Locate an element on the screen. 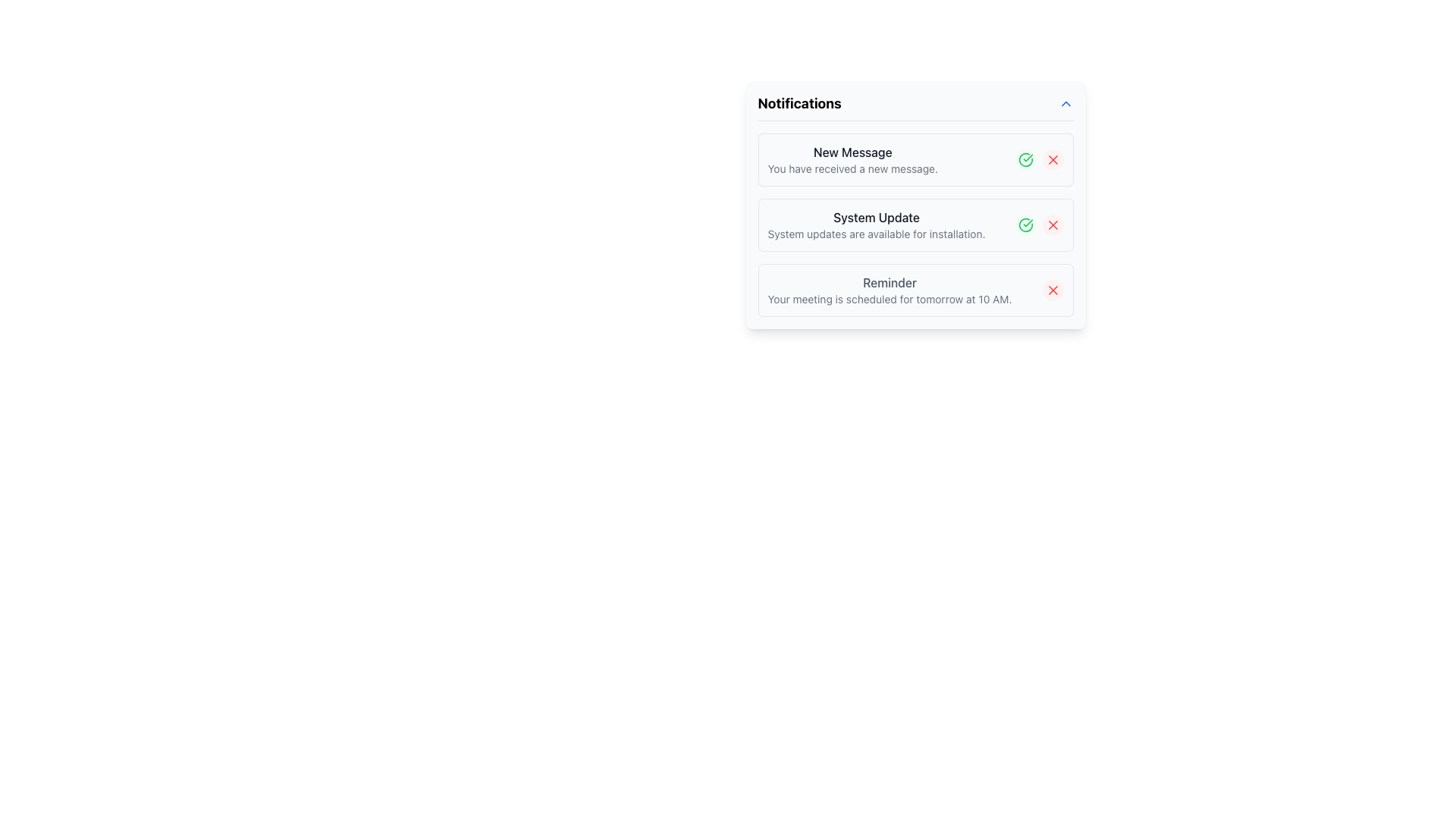 Image resolution: width=1456 pixels, height=819 pixels. the static text displaying 'System updates are available for installation.' which is located in the second position of the 'System Update' notification card is located at coordinates (877, 234).